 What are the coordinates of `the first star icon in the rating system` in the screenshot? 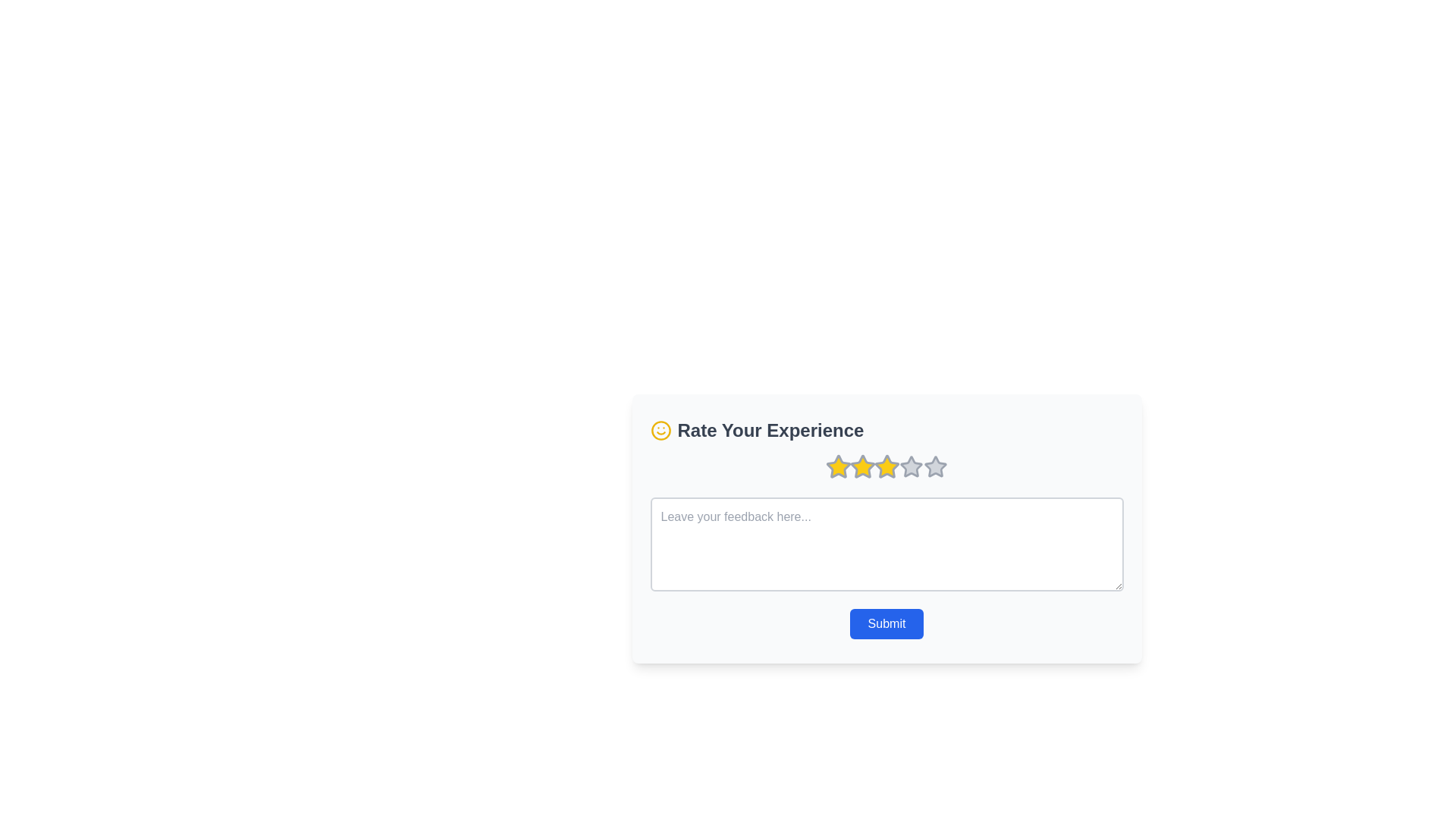 It's located at (837, 466).